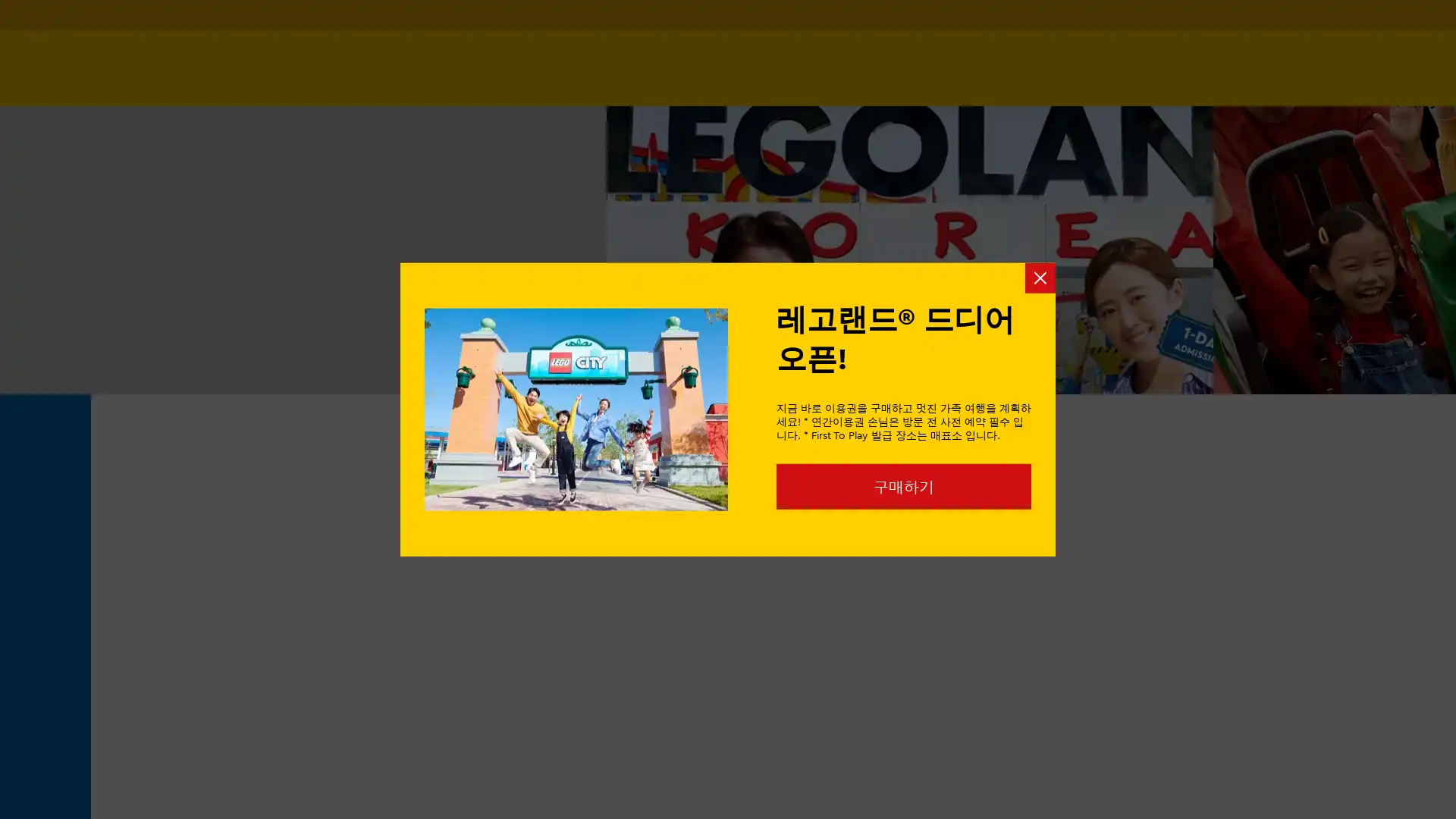  I want to click on Go to slide 2, so click(718, 587).